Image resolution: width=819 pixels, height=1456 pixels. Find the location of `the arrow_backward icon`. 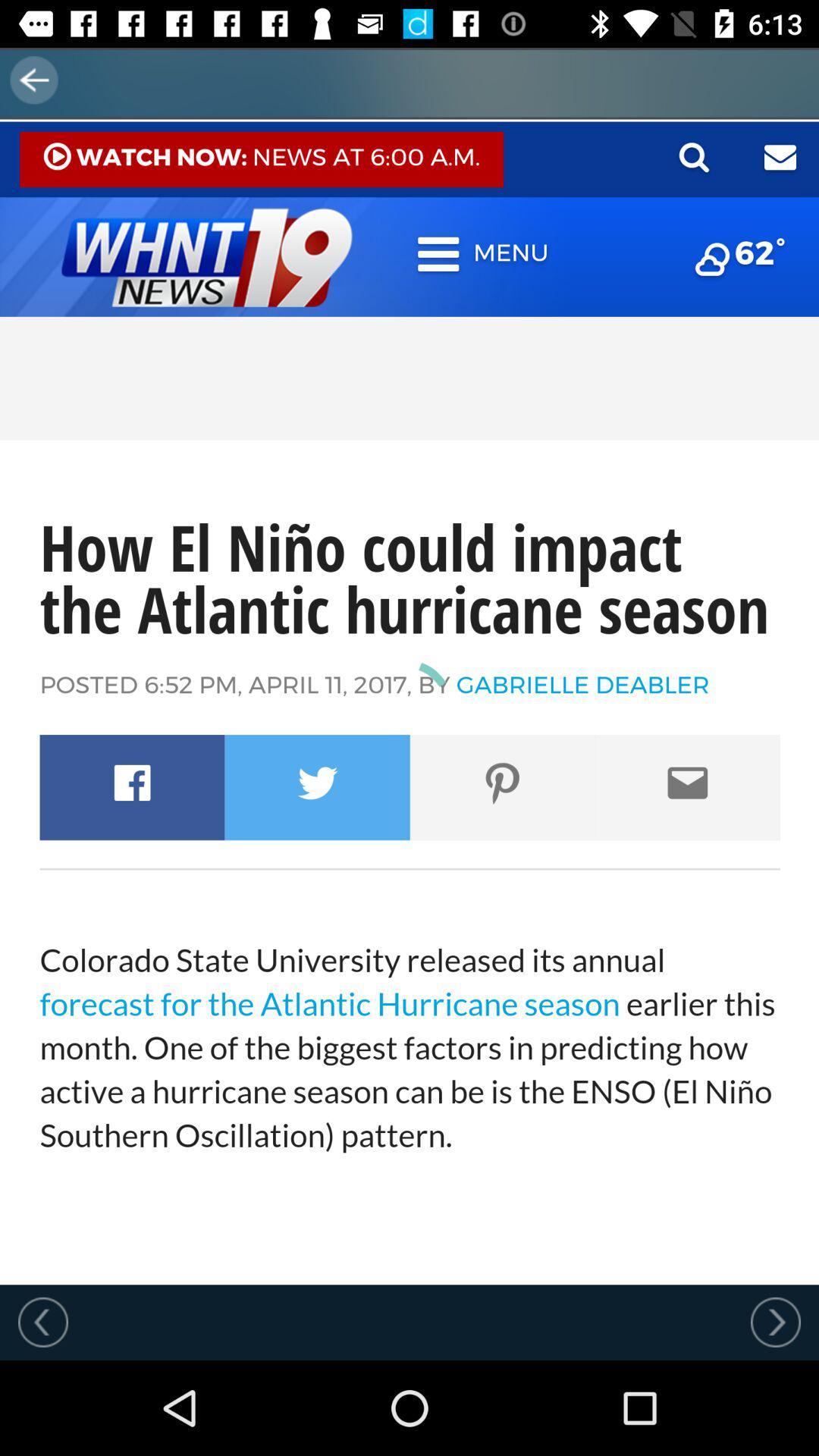

the arrow_backward icon is located at coordinates (43, 79).